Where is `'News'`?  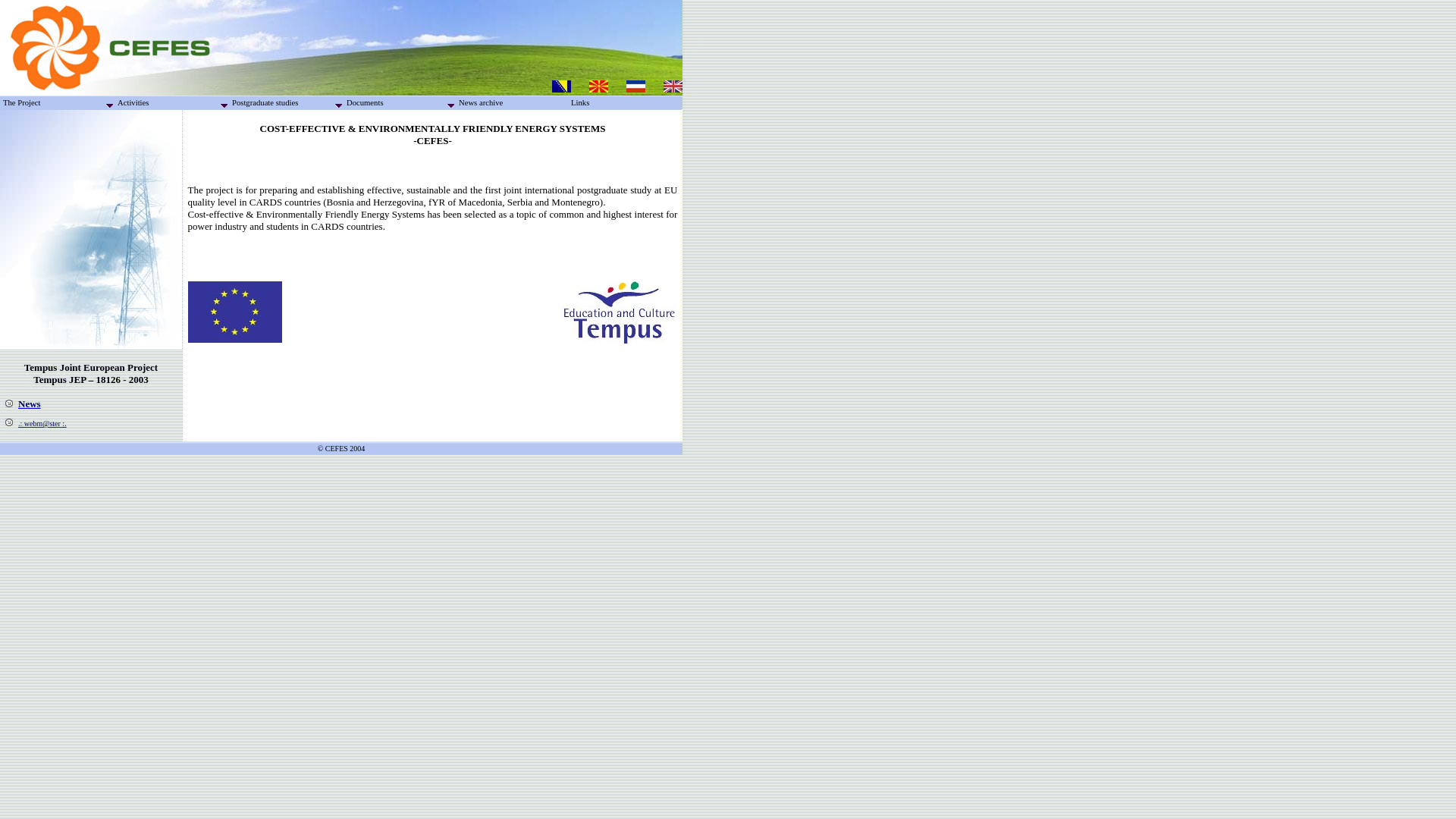 'News' is located at coordinates (29, 403).